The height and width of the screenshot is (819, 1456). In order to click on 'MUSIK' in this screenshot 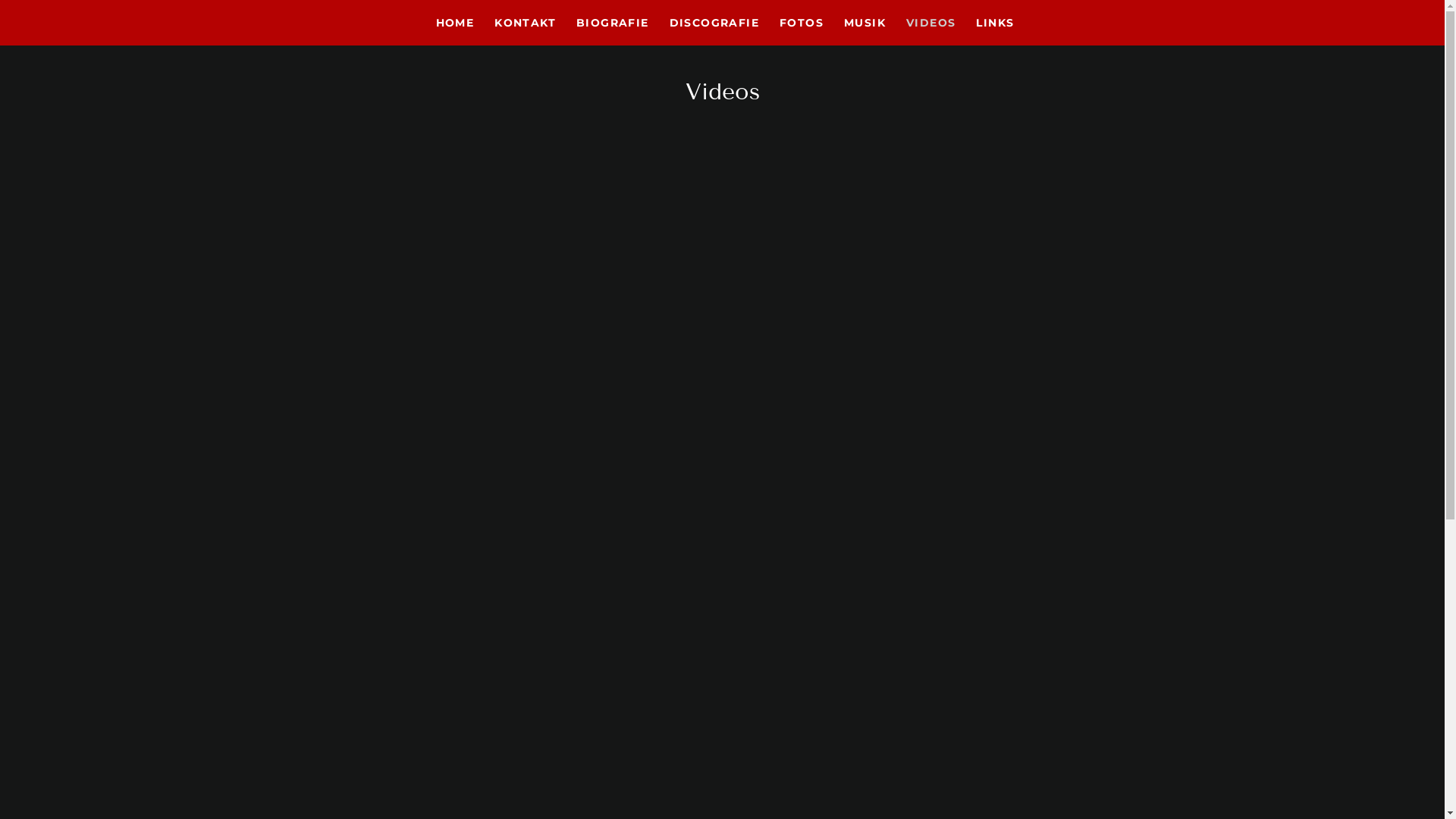, I will do `click(862, 23)`.